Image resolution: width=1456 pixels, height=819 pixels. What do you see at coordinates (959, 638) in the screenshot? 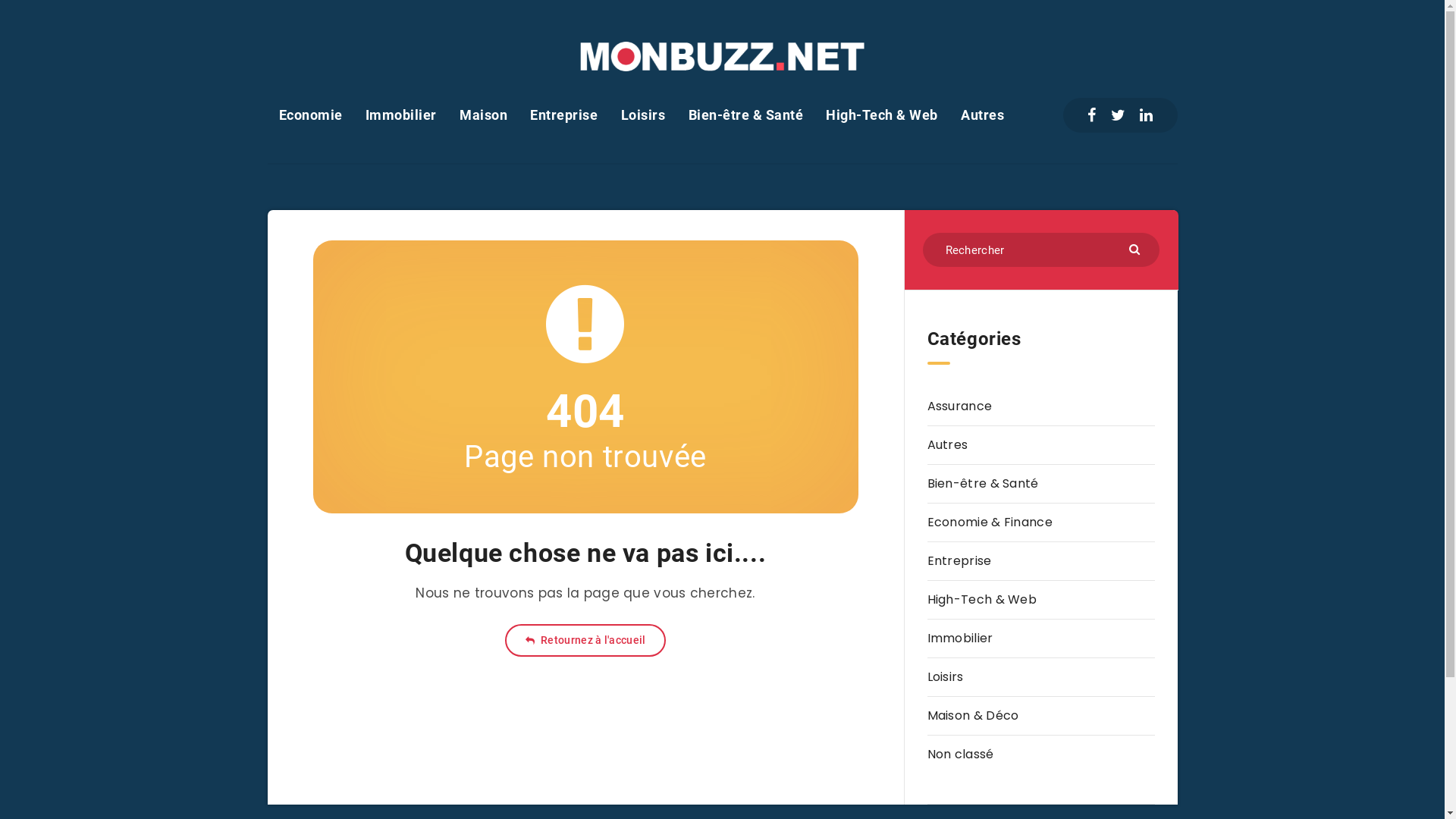
I see `'Immobilier'` at bounding box center [959, 638].